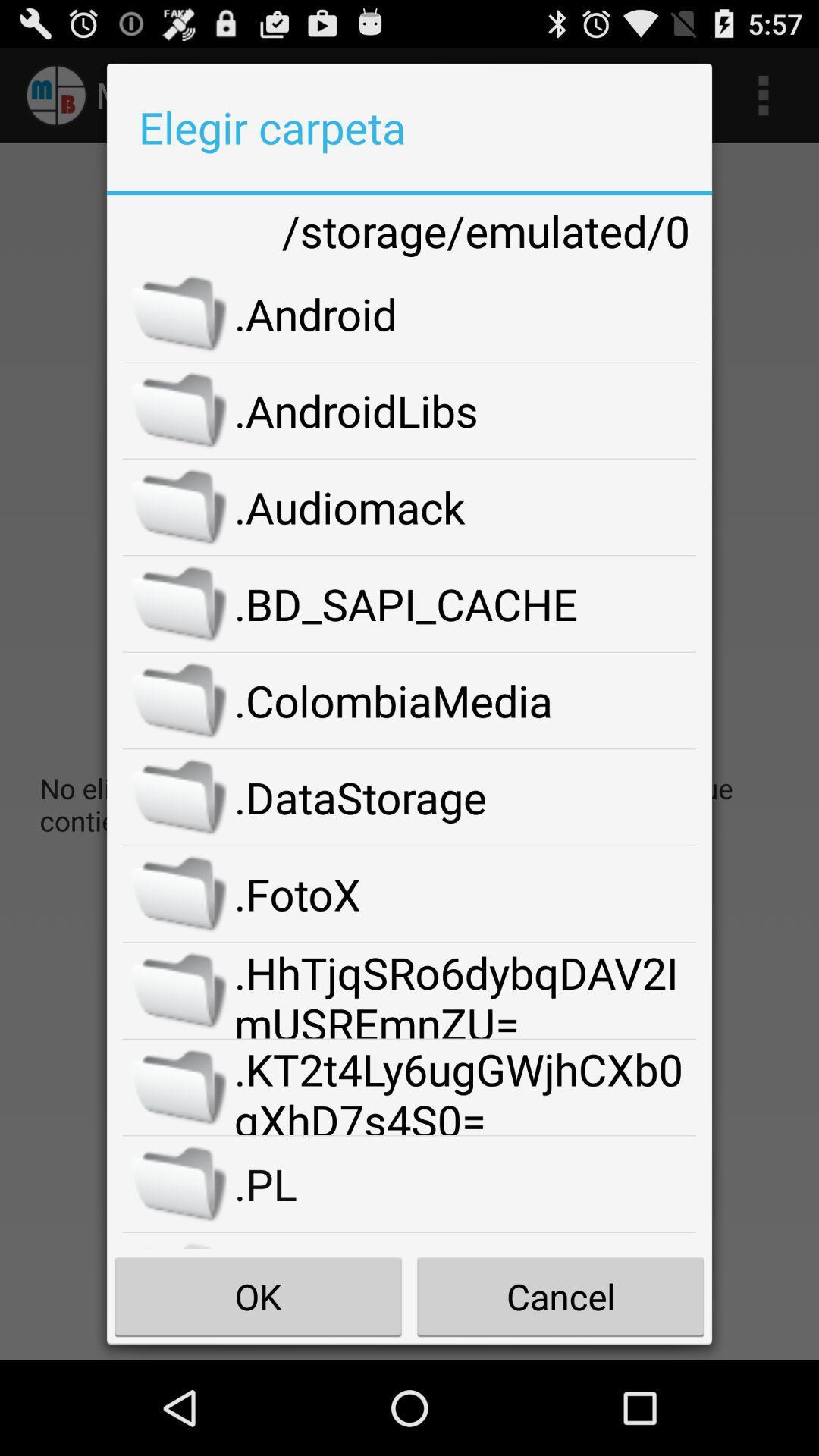 Image resolution: width=819 pixels, height=1456 pixels. Describe the element at coordinates (464, 312) in the screenshot. I see `app below /storage/emulated/0 app` at that location.